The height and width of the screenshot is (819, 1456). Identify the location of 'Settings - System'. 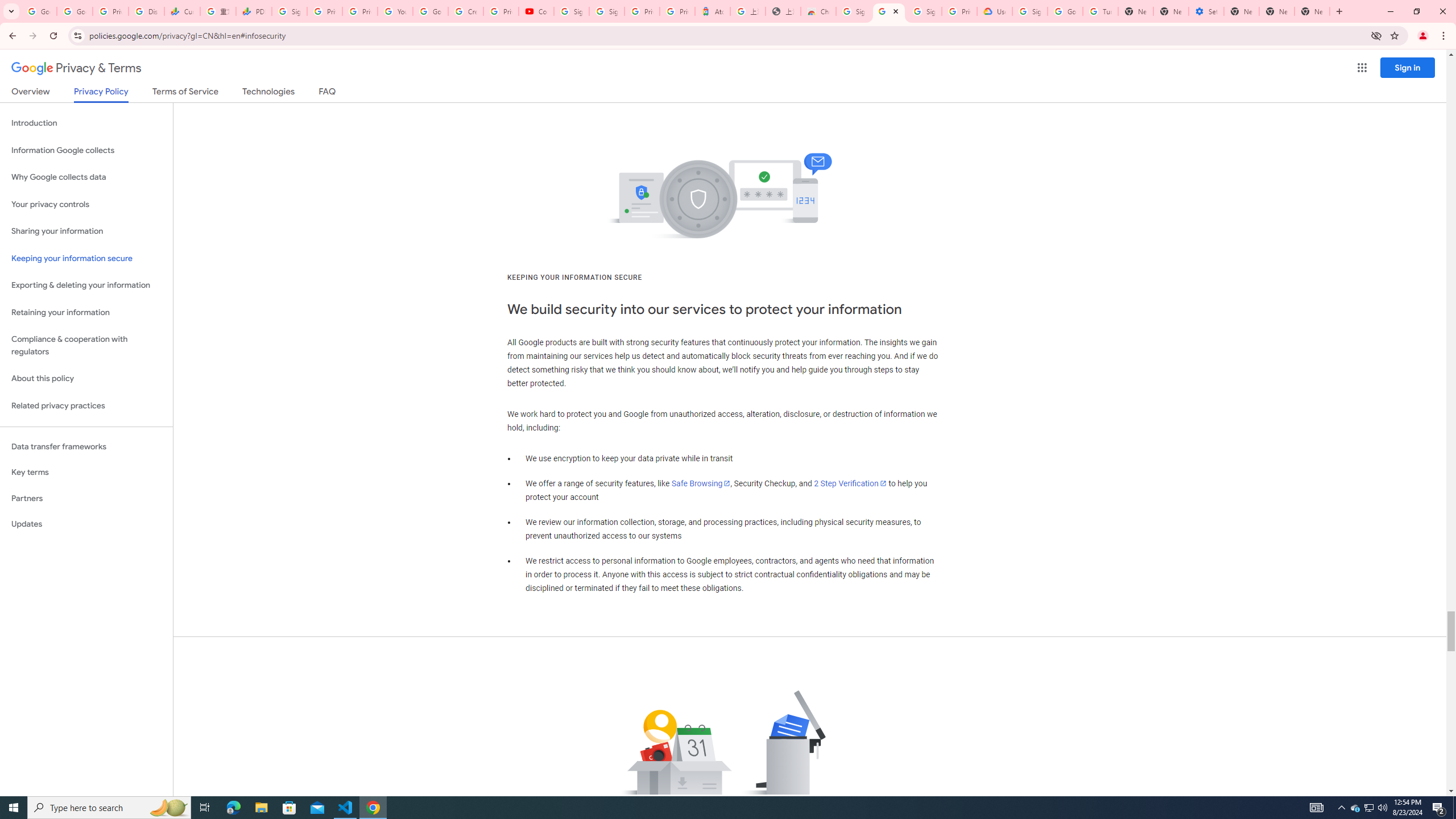
(1205, 11).